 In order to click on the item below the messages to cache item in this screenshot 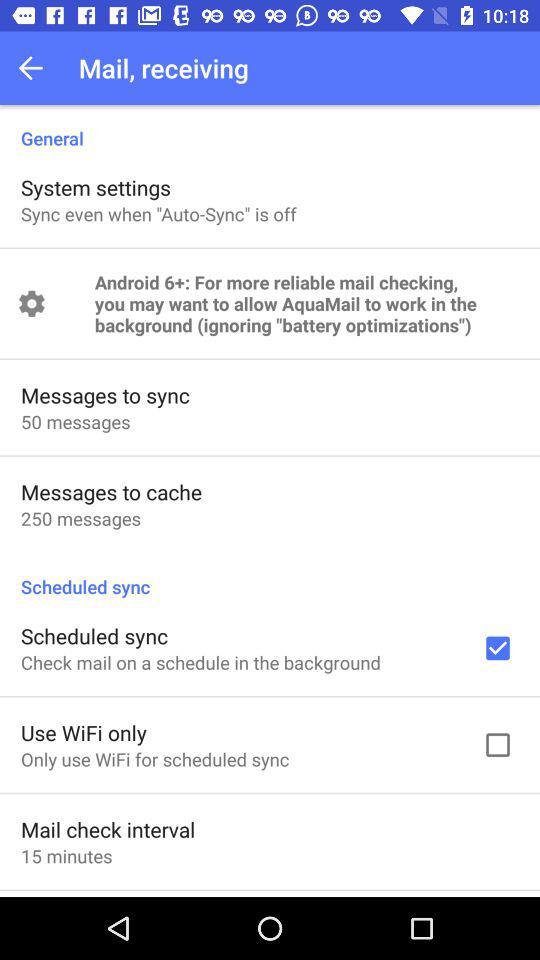, I will do `click(80, 517)`.